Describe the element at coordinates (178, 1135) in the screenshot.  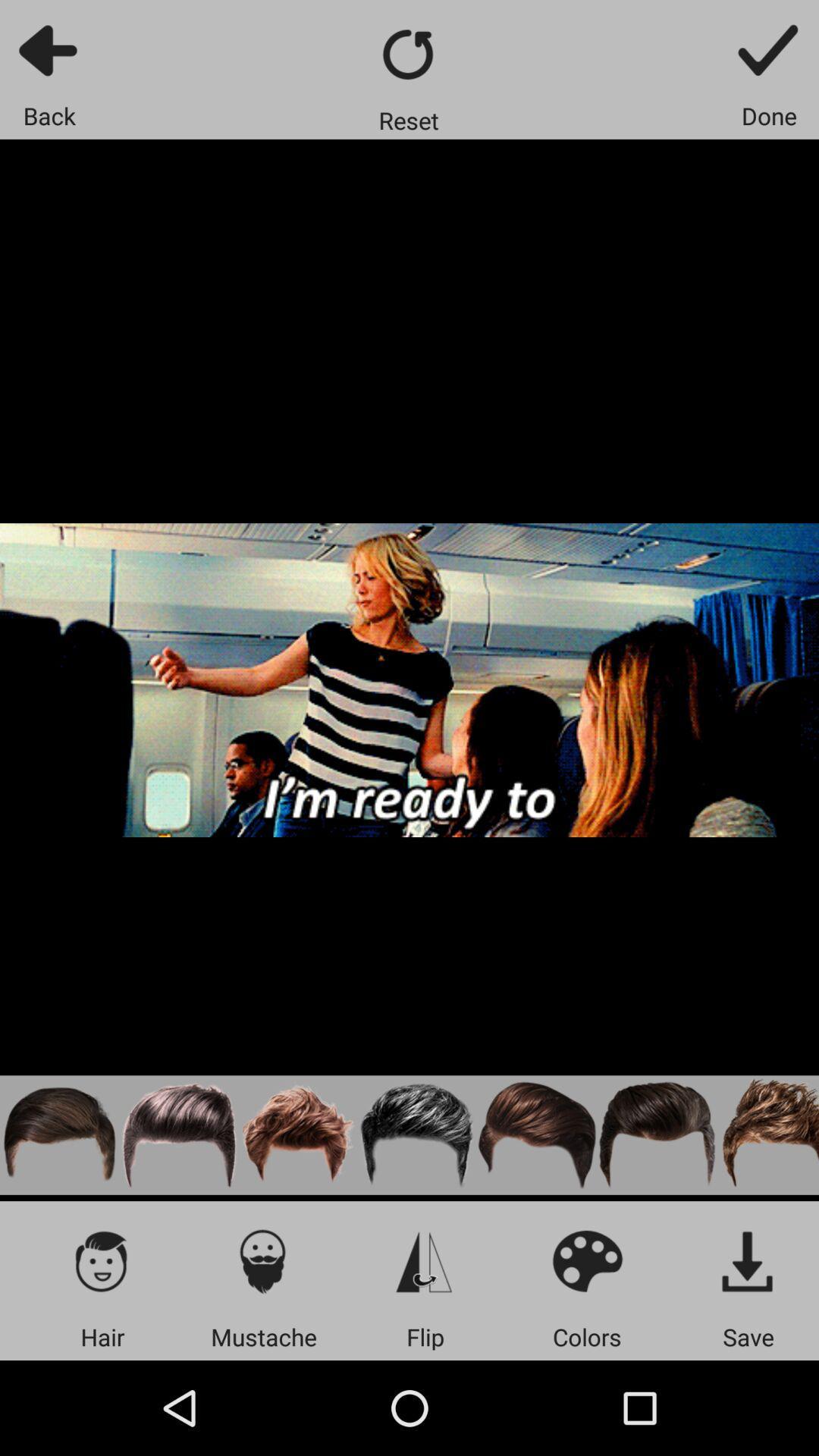
I see `vike` at that location.